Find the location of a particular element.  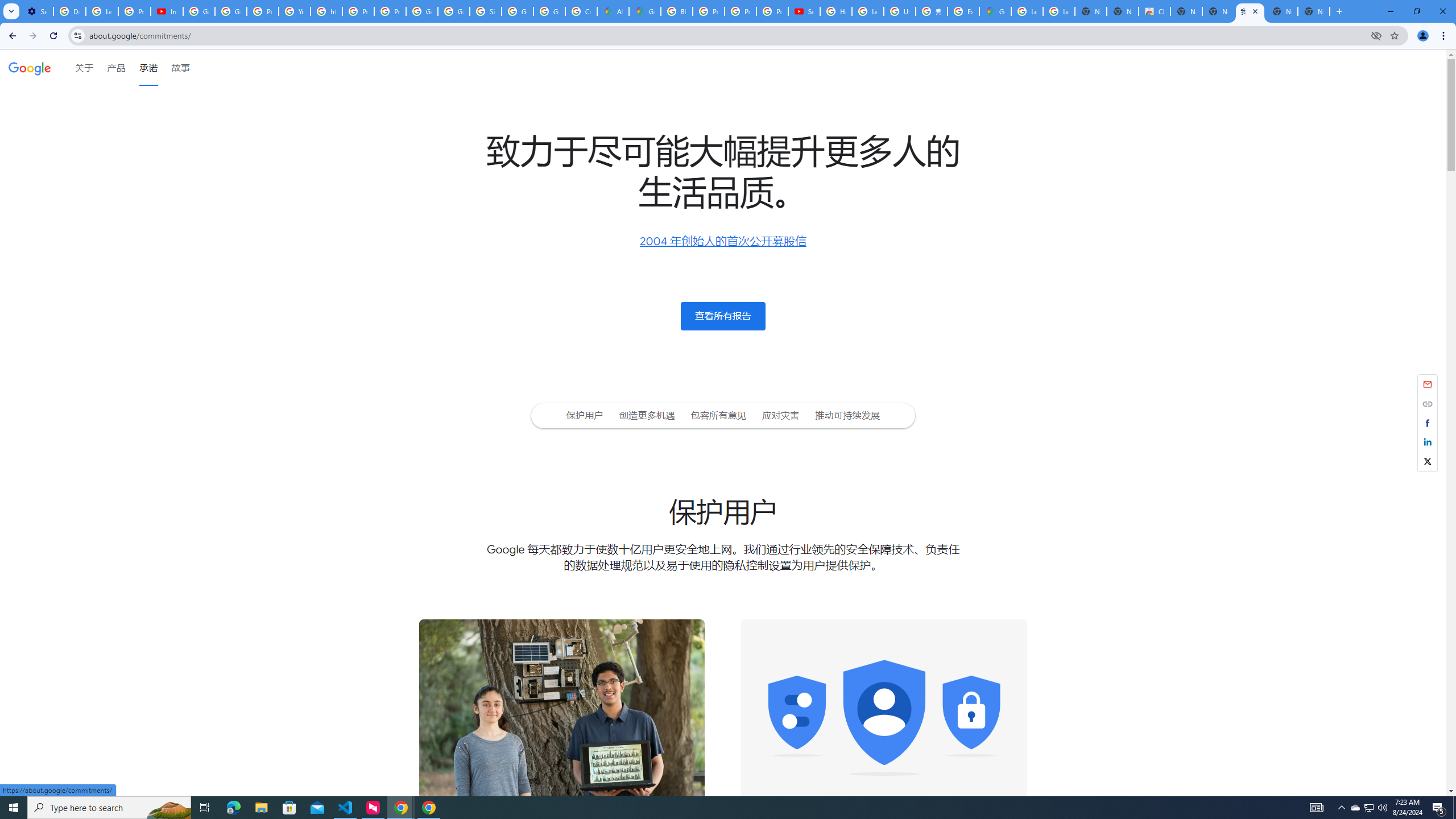

'https://scholar.google.com/' is located at coordinates (326, 11).